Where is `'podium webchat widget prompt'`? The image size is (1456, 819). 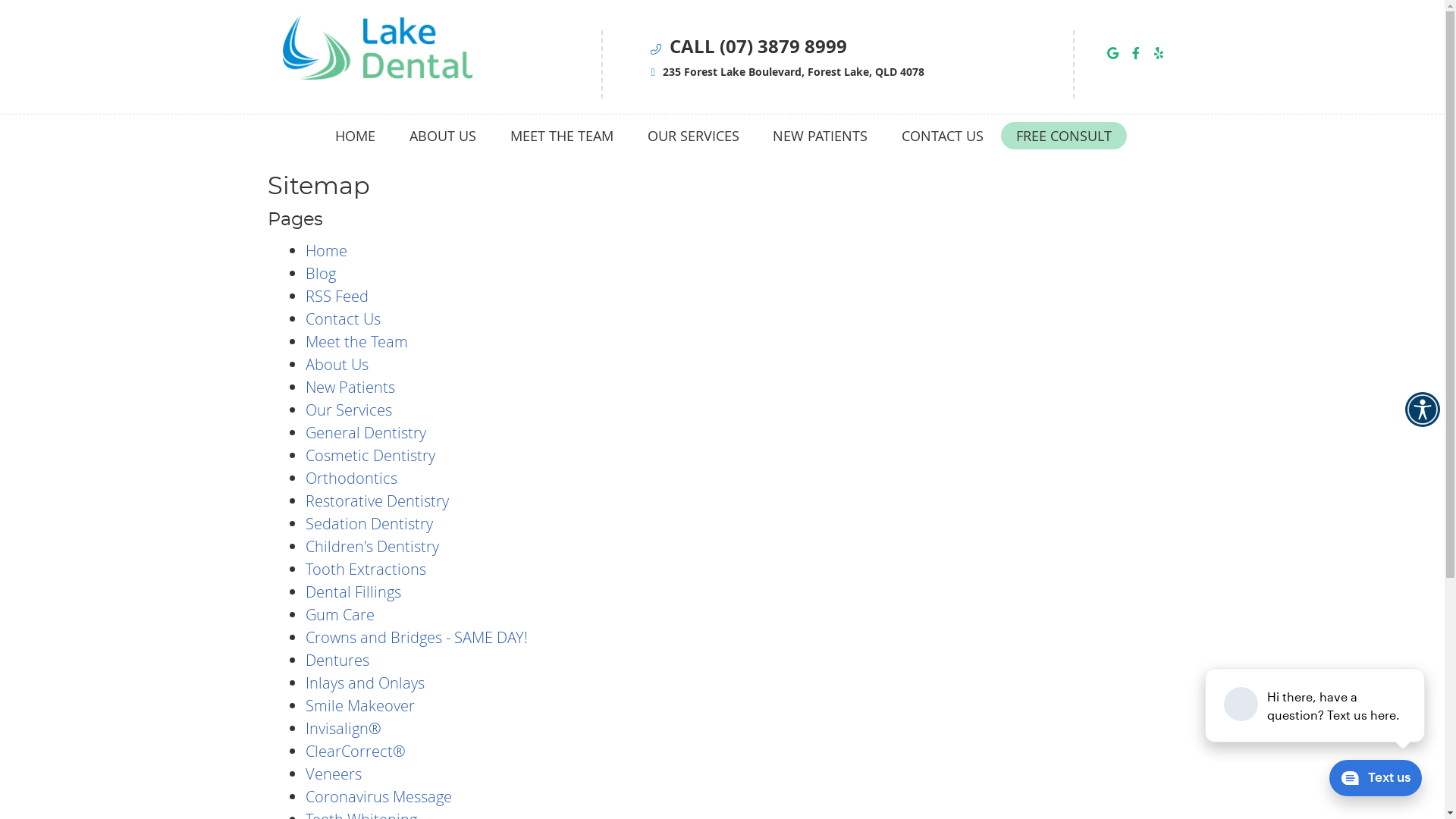 'podium webchat widget prompt' is located at coordinates (1314, 704).